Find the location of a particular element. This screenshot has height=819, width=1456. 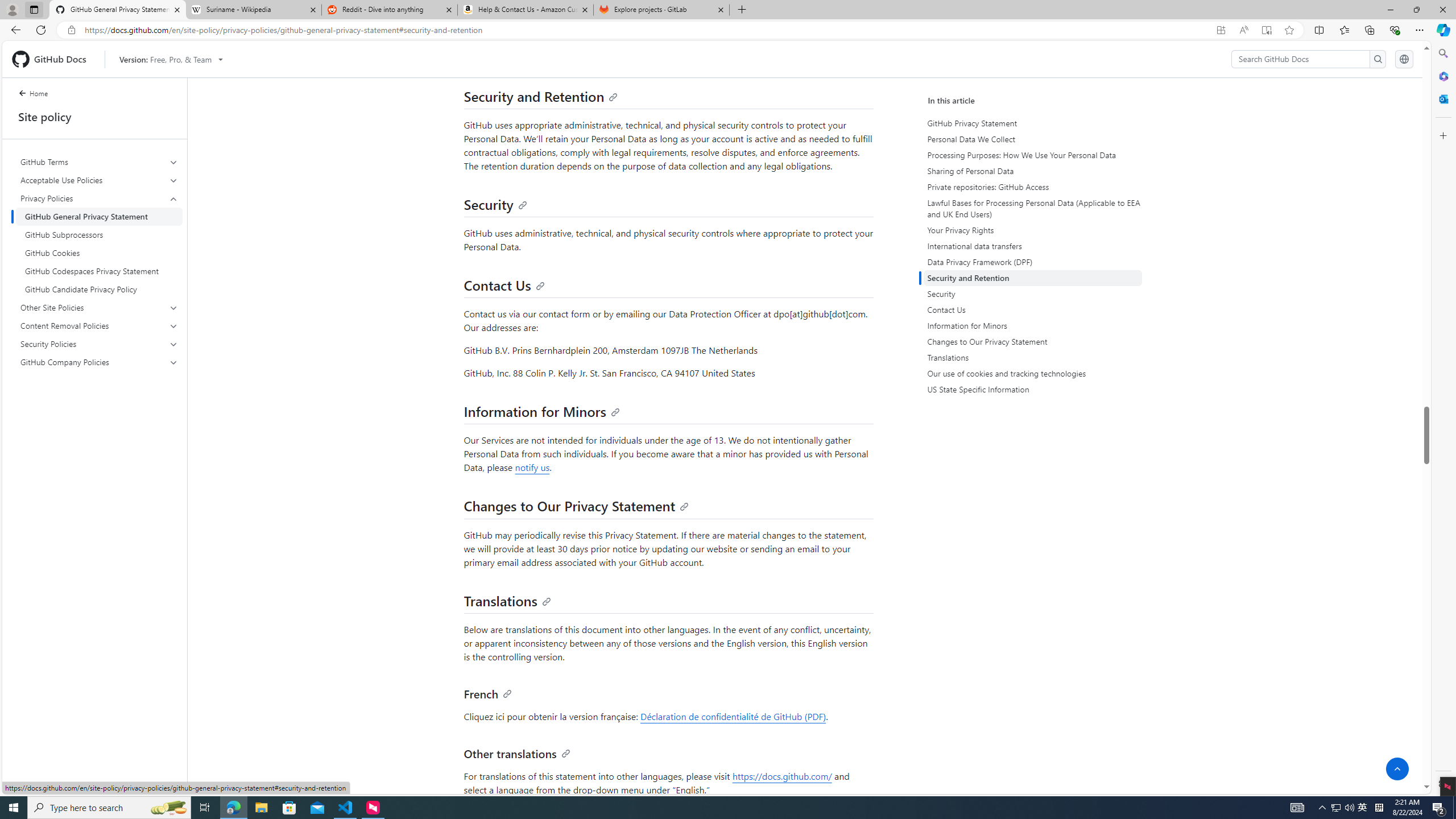

'Your Privacy Rights' is located at coordinates (1032, 230).